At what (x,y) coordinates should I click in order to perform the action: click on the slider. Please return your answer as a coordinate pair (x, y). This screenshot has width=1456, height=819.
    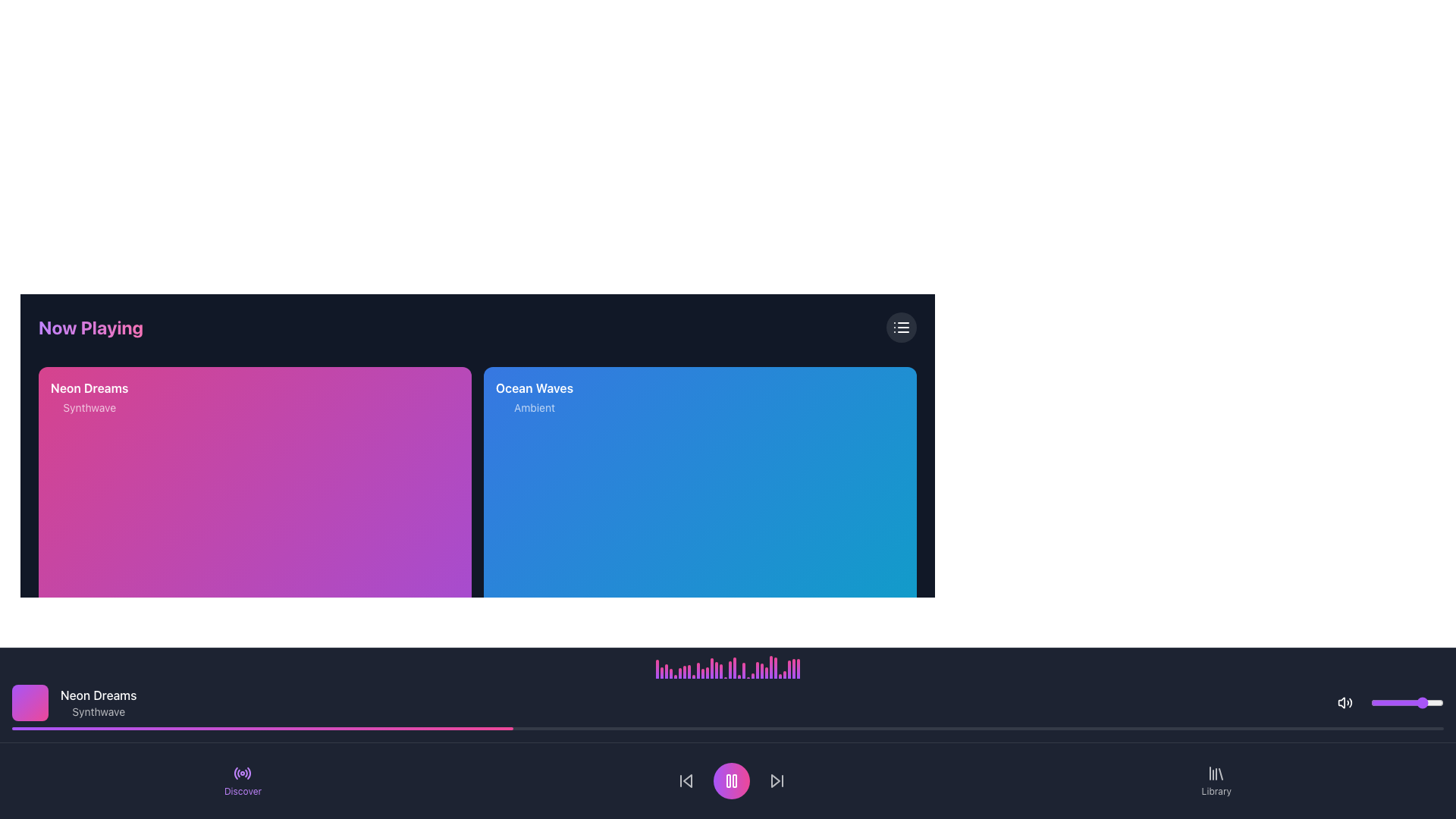
    Looking at the image, I should click on (1425, 702).